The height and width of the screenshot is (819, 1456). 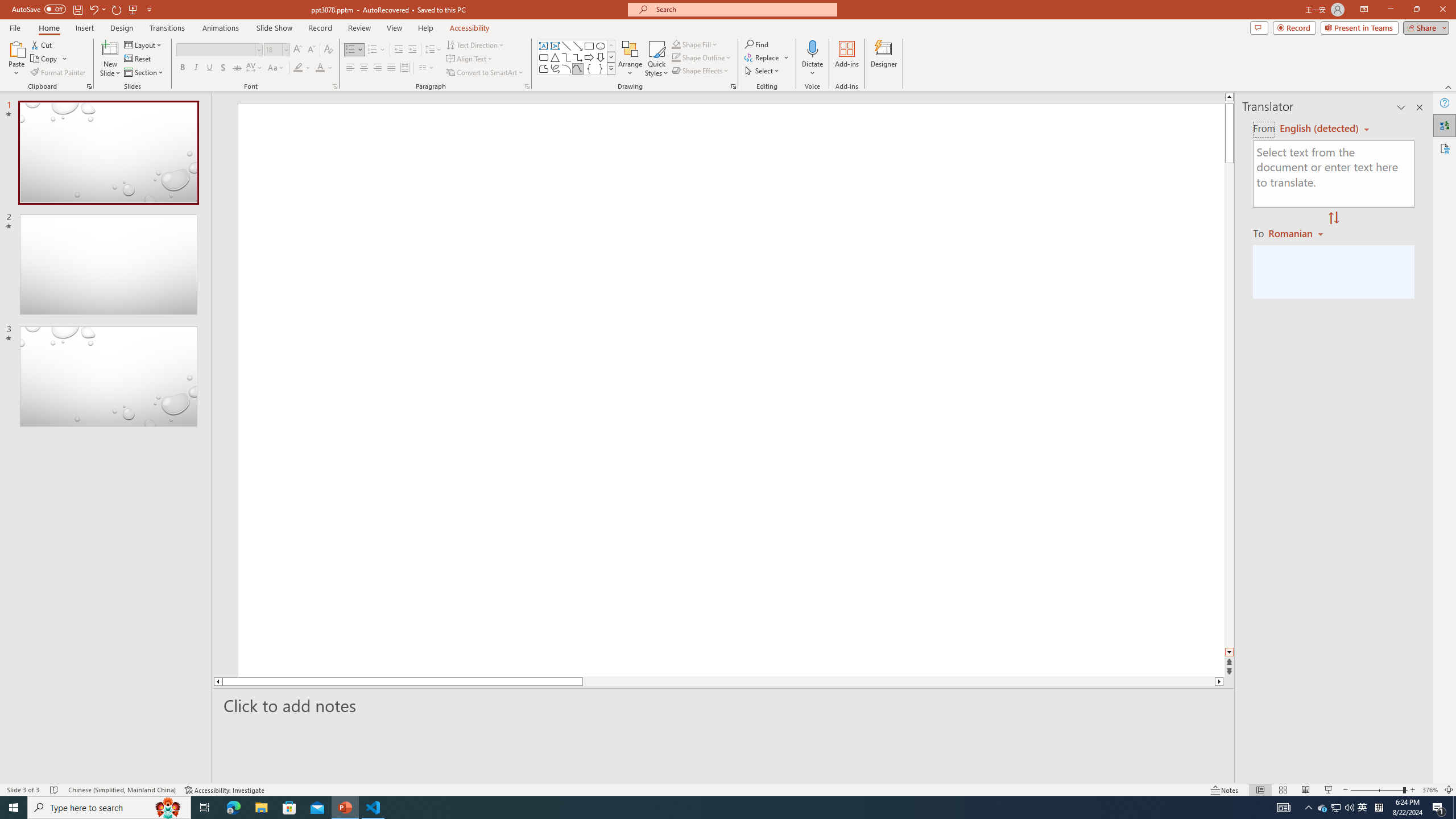 What do you see at coordinates (218, 49) in the screenshot?
I see `'Font'` at bounding box center [218, 49].